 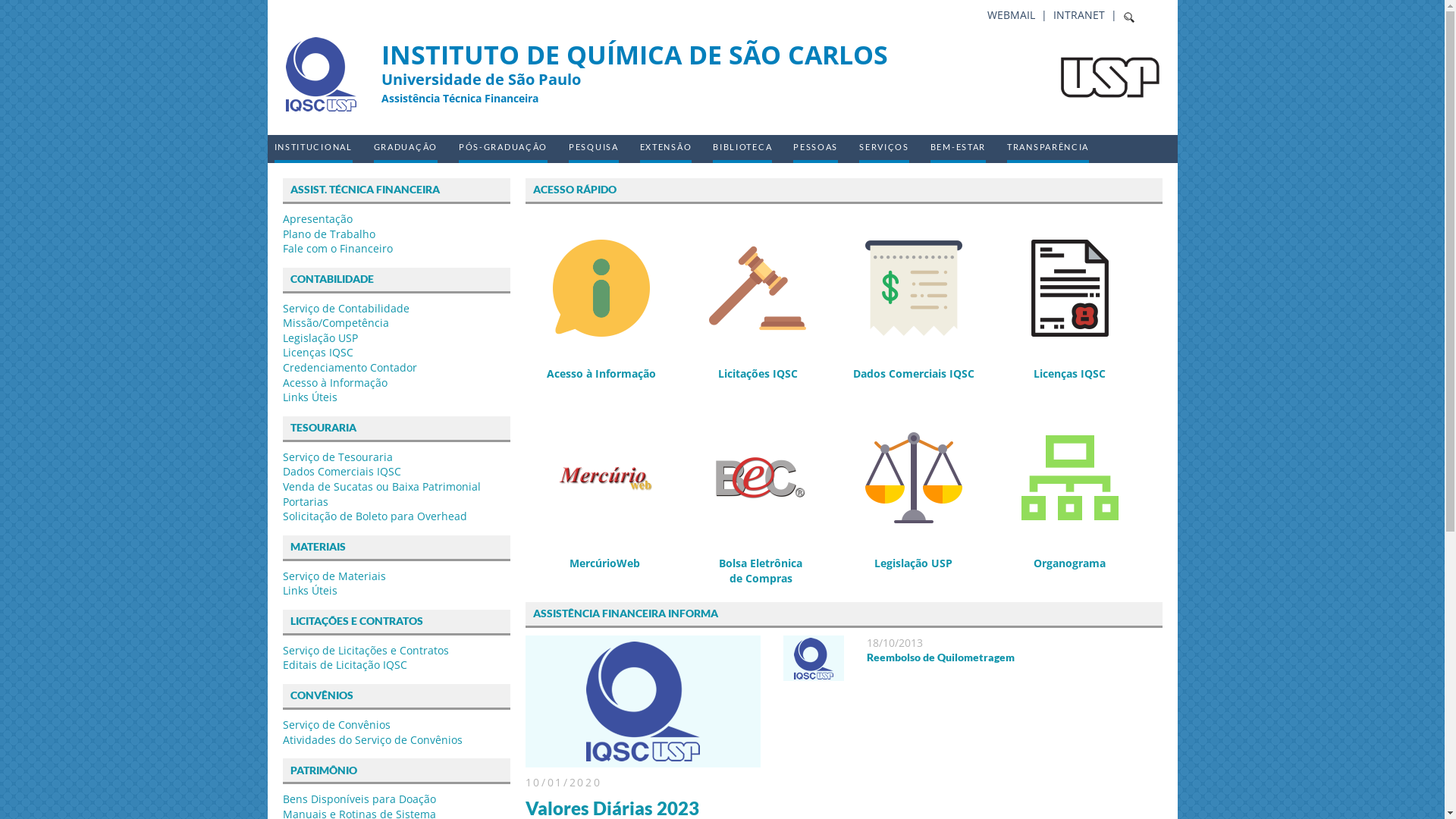 What do you see at coordinates (592, 149) in the screenshot?
I see `'PESQUISA'` at bounding box center [592, 149].